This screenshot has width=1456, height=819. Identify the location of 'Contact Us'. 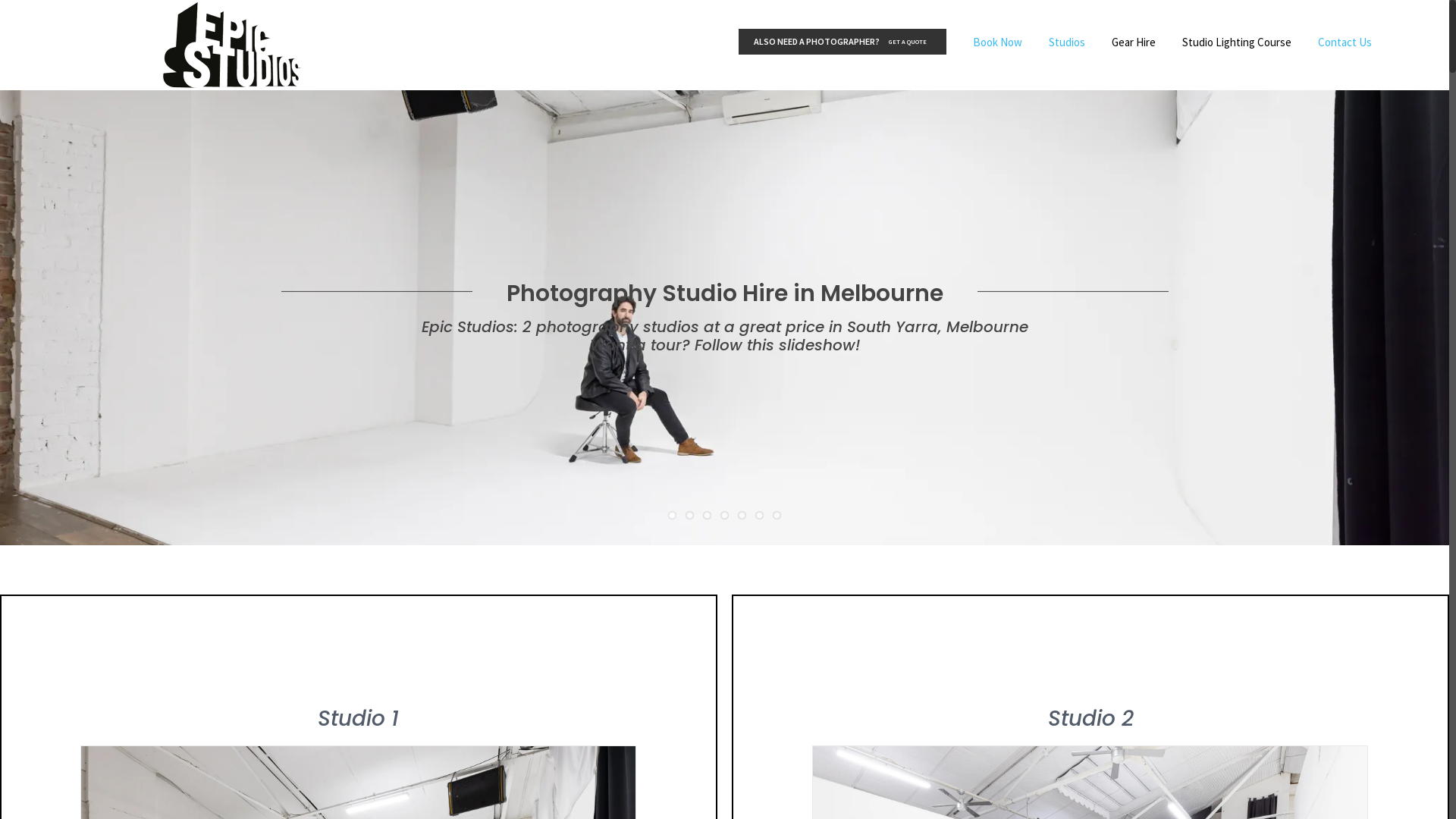
(1345, 40).